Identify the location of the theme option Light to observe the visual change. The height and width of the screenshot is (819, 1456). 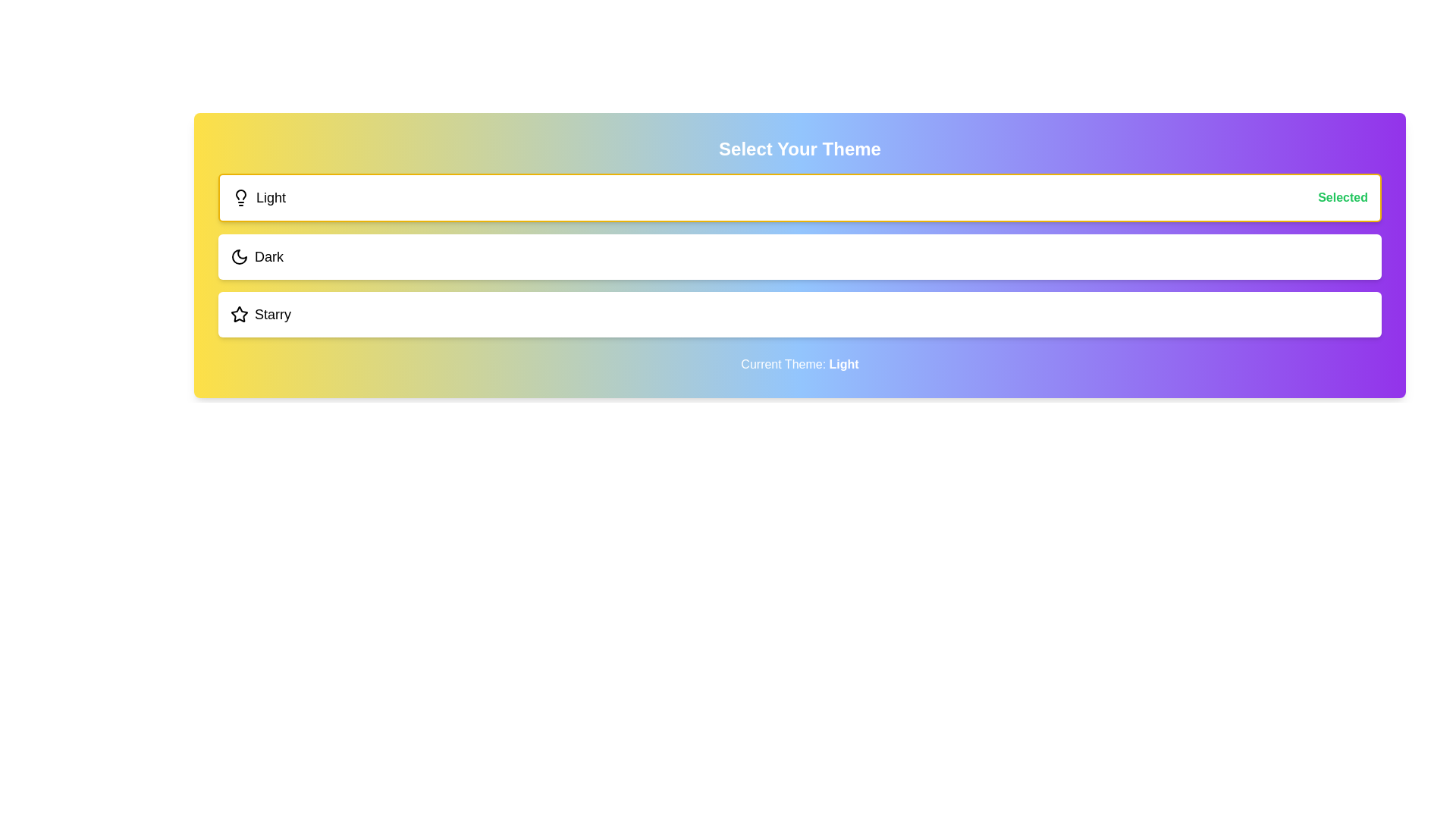
(799, 197).